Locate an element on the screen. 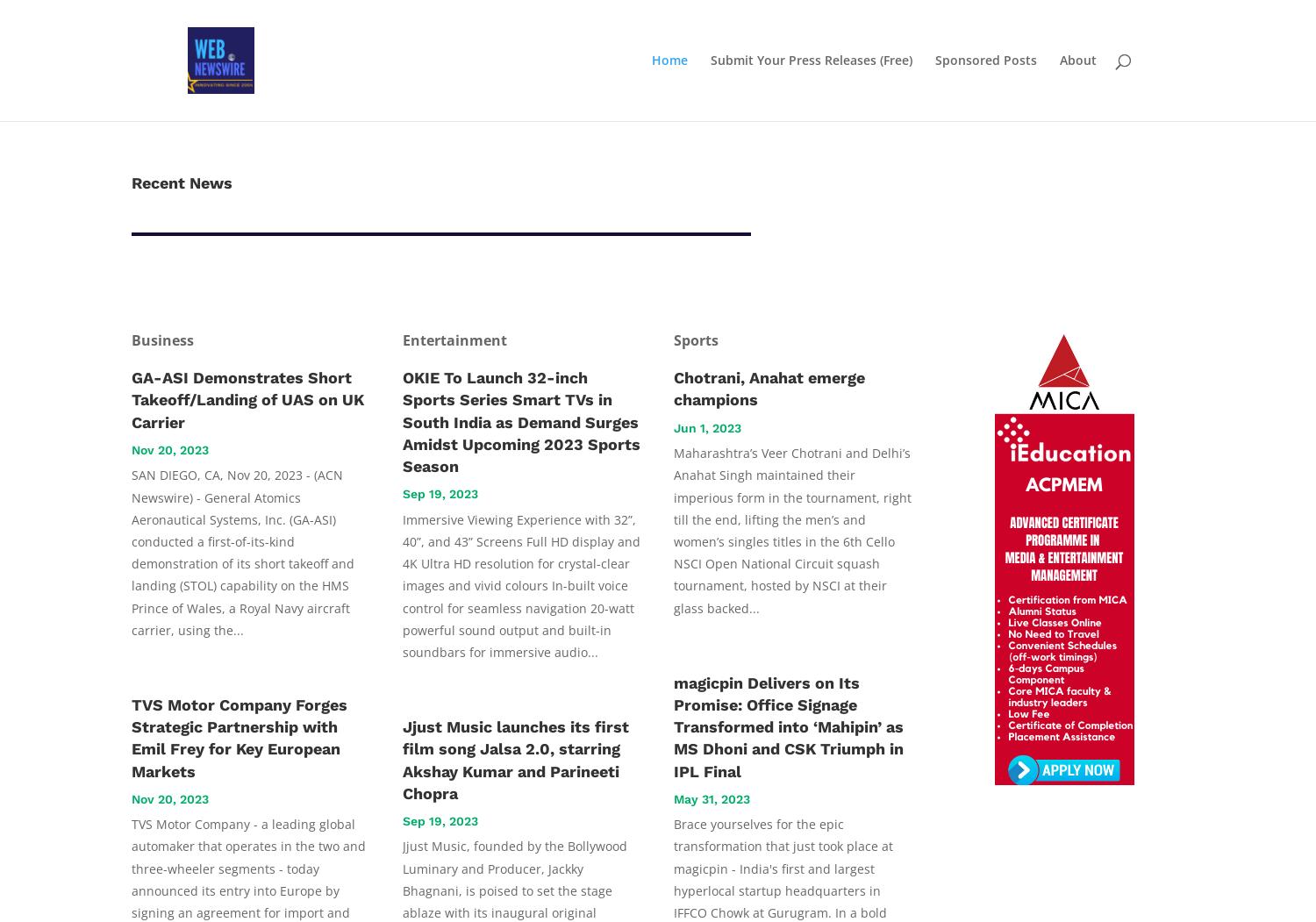  'Submit Your Press Releases (Free)' is located at coordinates (812, 59).